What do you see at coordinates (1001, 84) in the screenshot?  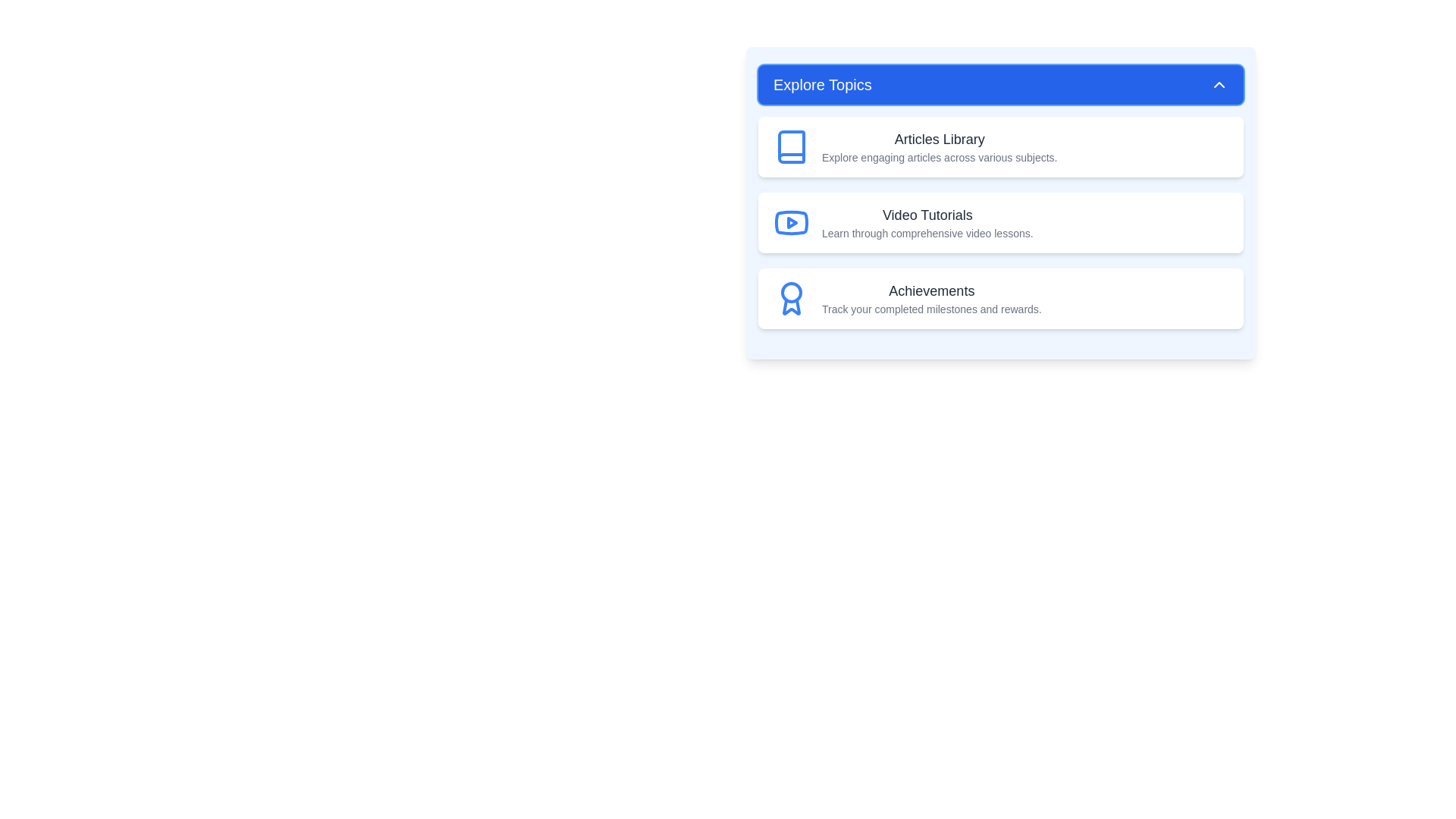 I see `the 'Explore Topics' button to toggle the menu visibility` at bounding box center [1001, 84].